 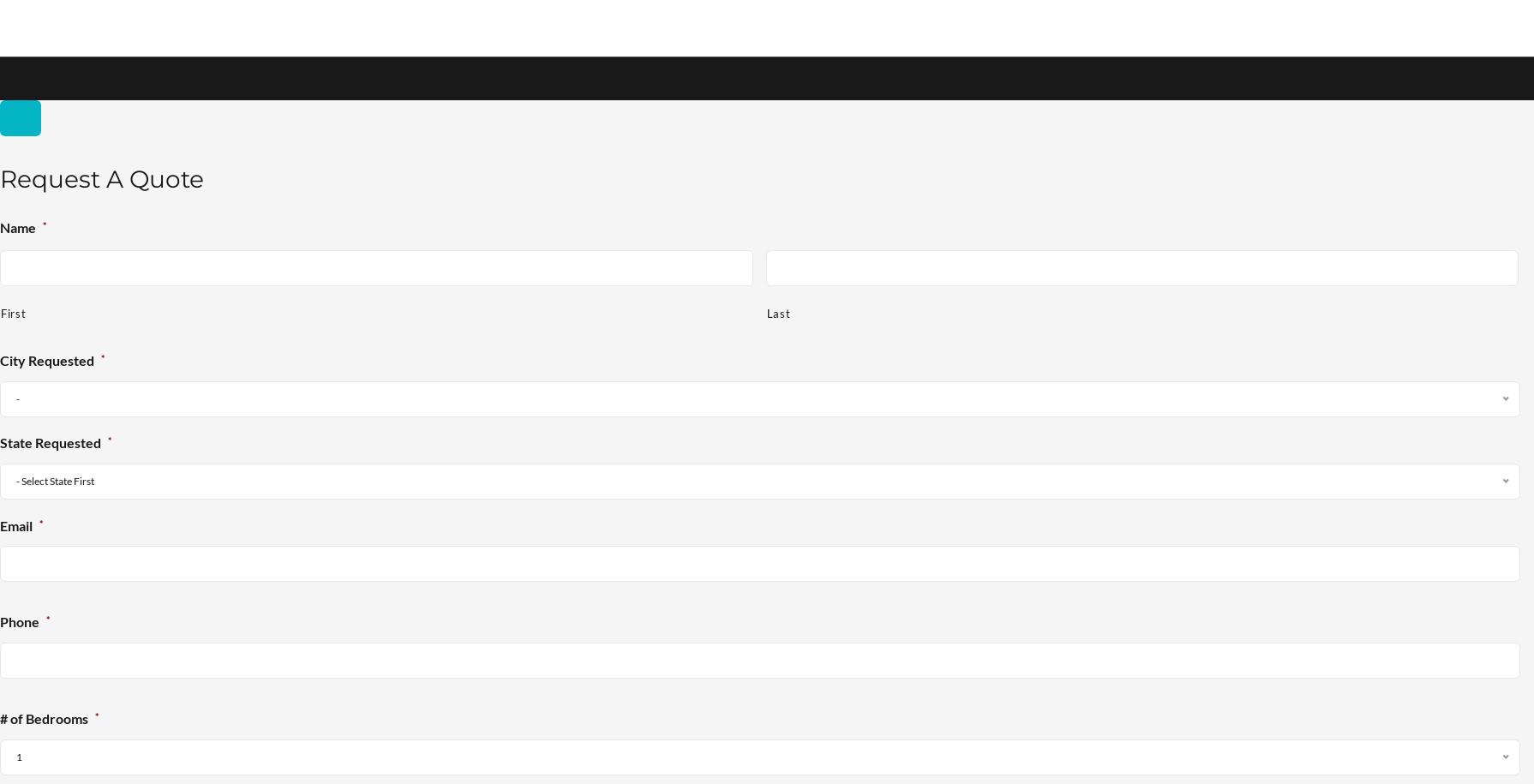 What do you see at coordinates (15, 525) in the screenshot?
I see `'Email'` at bounding box center [15, 525].